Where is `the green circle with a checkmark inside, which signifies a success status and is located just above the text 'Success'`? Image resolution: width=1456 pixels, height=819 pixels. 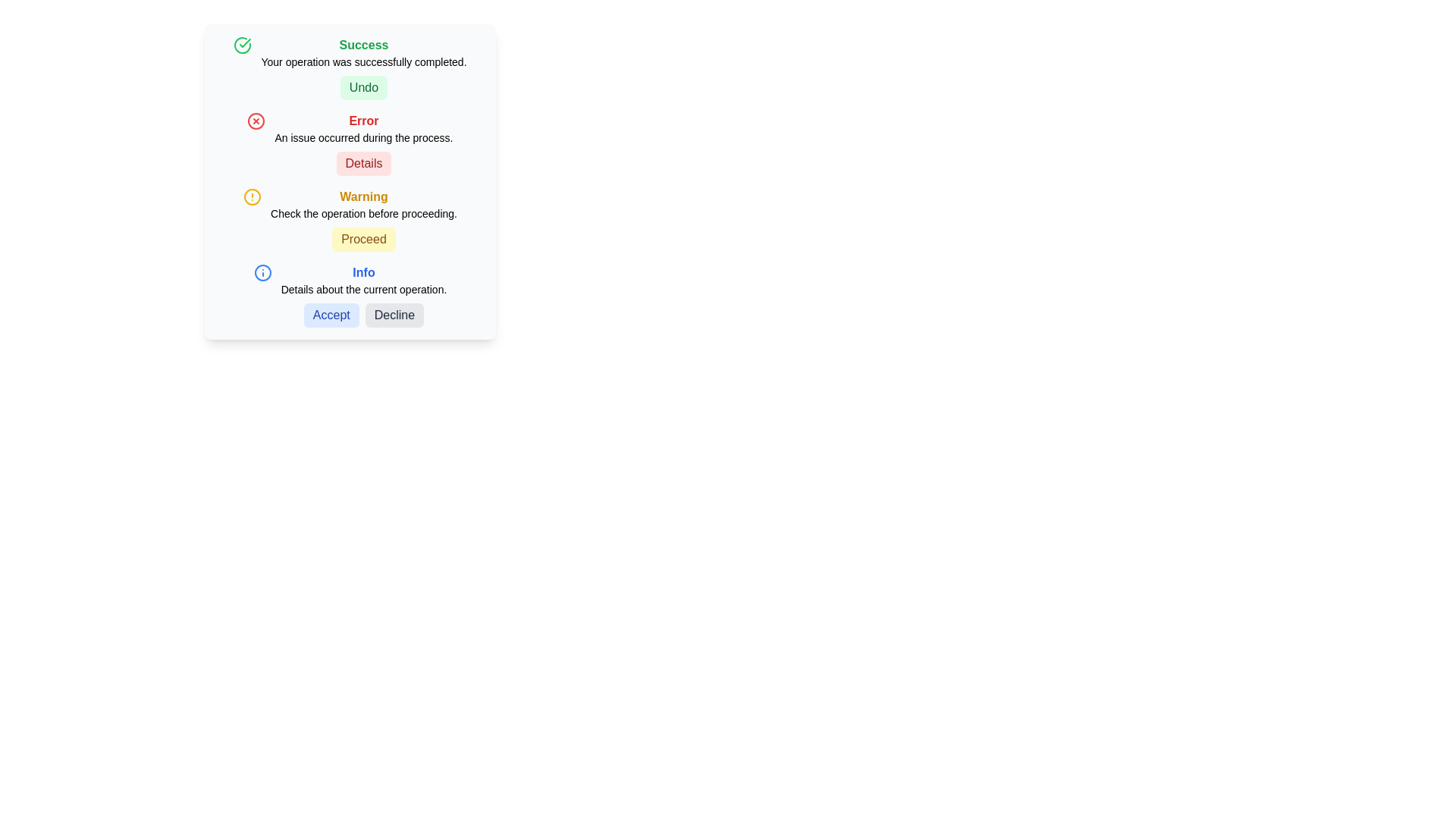
the green circle with a checkmark inside, which signifies a success status and is located just above the text 'Success' is located at coordinates (243, 45).